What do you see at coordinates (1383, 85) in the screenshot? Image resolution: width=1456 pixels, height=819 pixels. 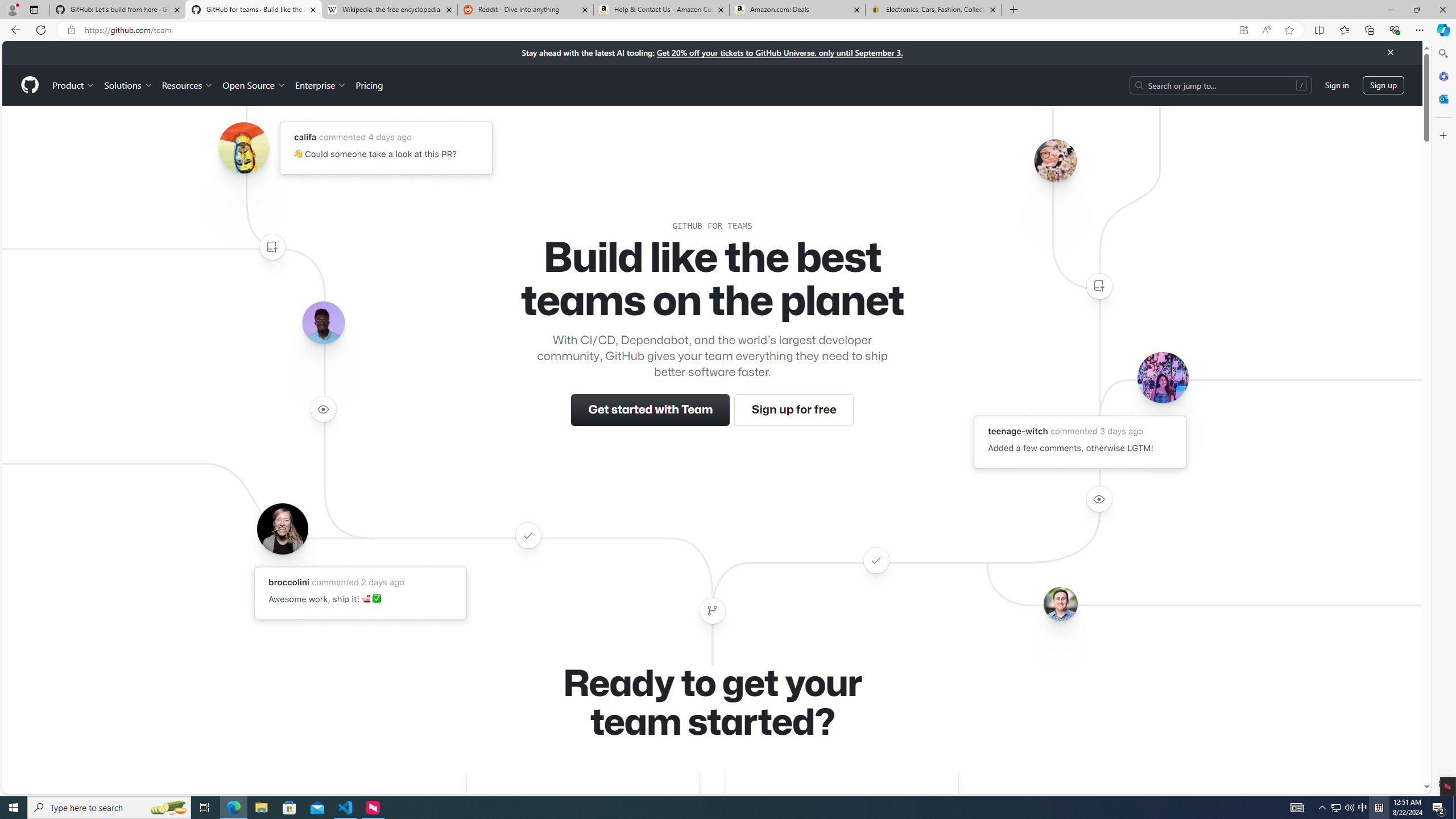 I see `'Sign up'` at bounding box center [1383, 85].